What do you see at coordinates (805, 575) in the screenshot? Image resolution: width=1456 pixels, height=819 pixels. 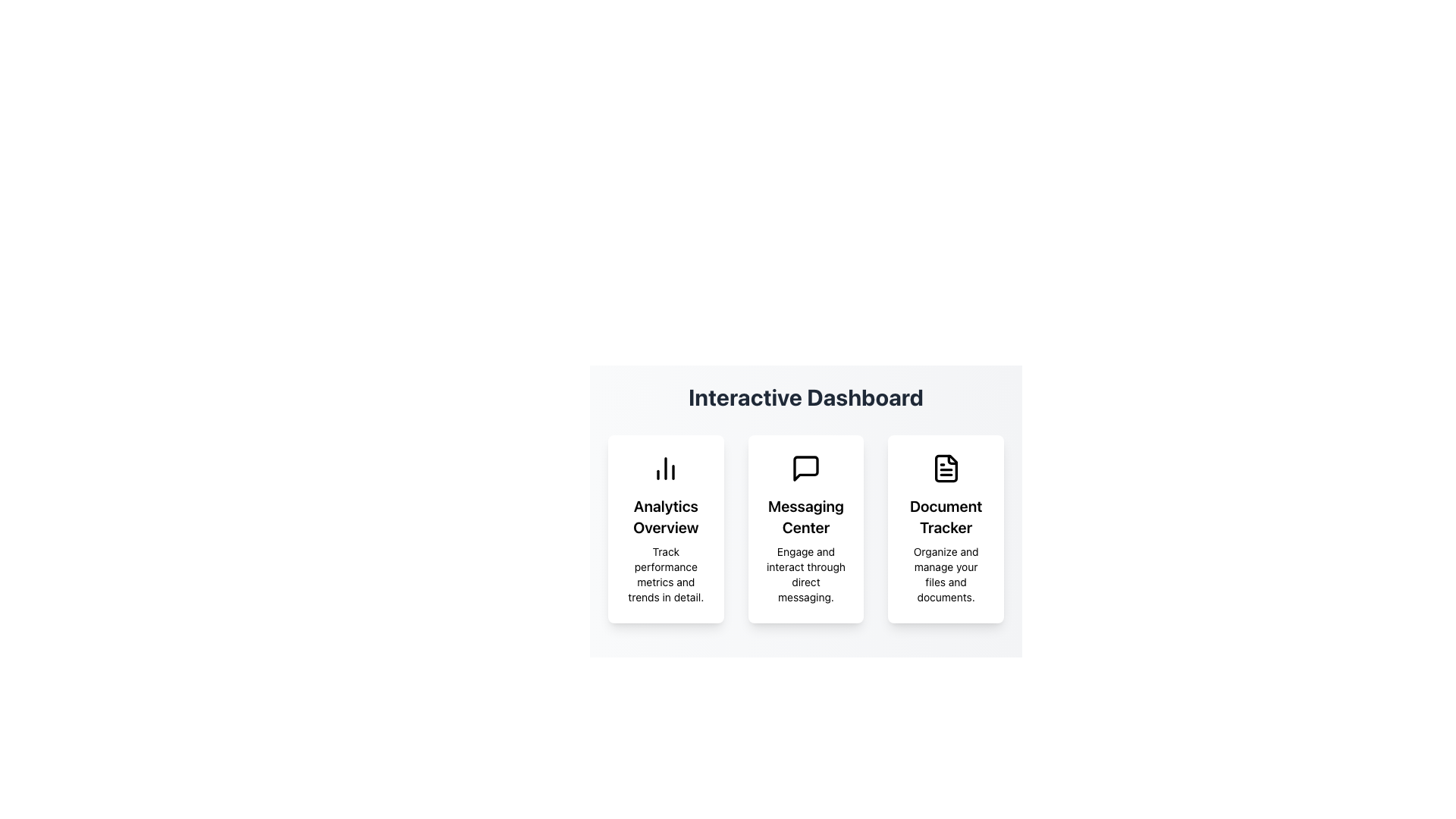 I see `the descriptive text located in the bottom section of the 'Messaging Center' card, which is positioned beneath the larger title and is the middle card in a row of three under the 'Interactive Dashboard' header` at bounding box center [805, 575].